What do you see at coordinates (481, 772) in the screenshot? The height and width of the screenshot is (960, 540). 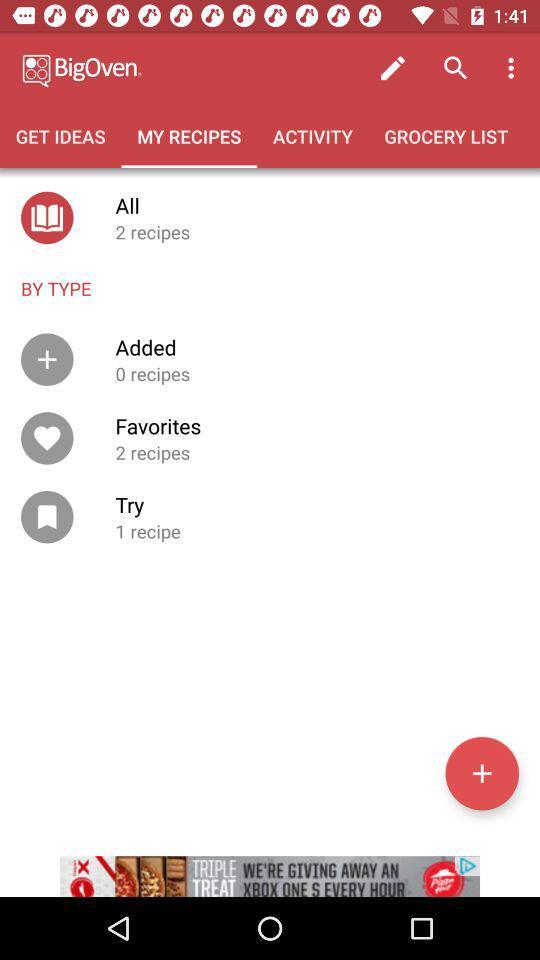 I see `option` at bounding box center [481, 772].